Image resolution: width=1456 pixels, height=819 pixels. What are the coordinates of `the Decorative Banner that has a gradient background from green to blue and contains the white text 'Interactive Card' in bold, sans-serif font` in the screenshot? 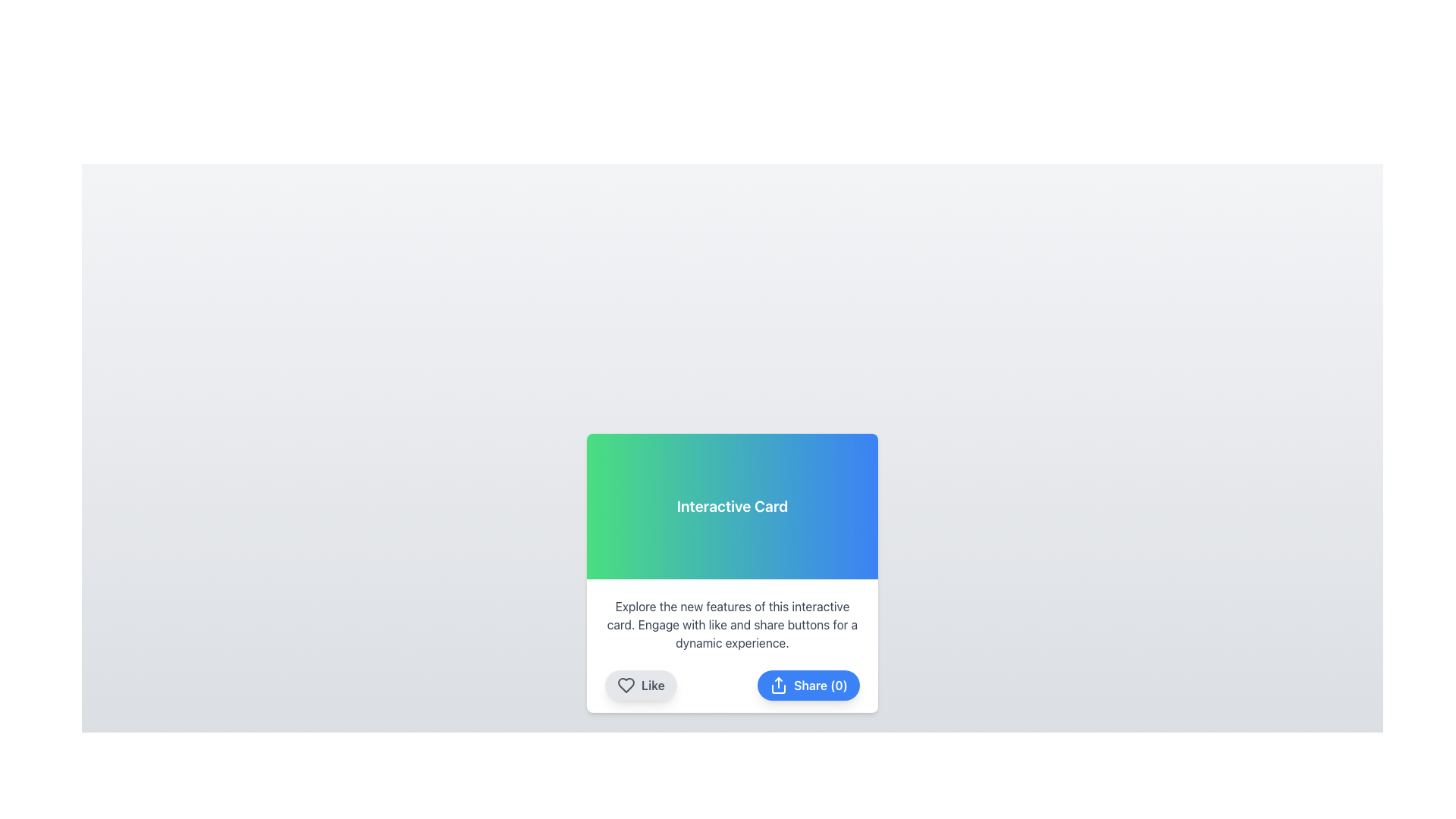 It's located at (732, 506).